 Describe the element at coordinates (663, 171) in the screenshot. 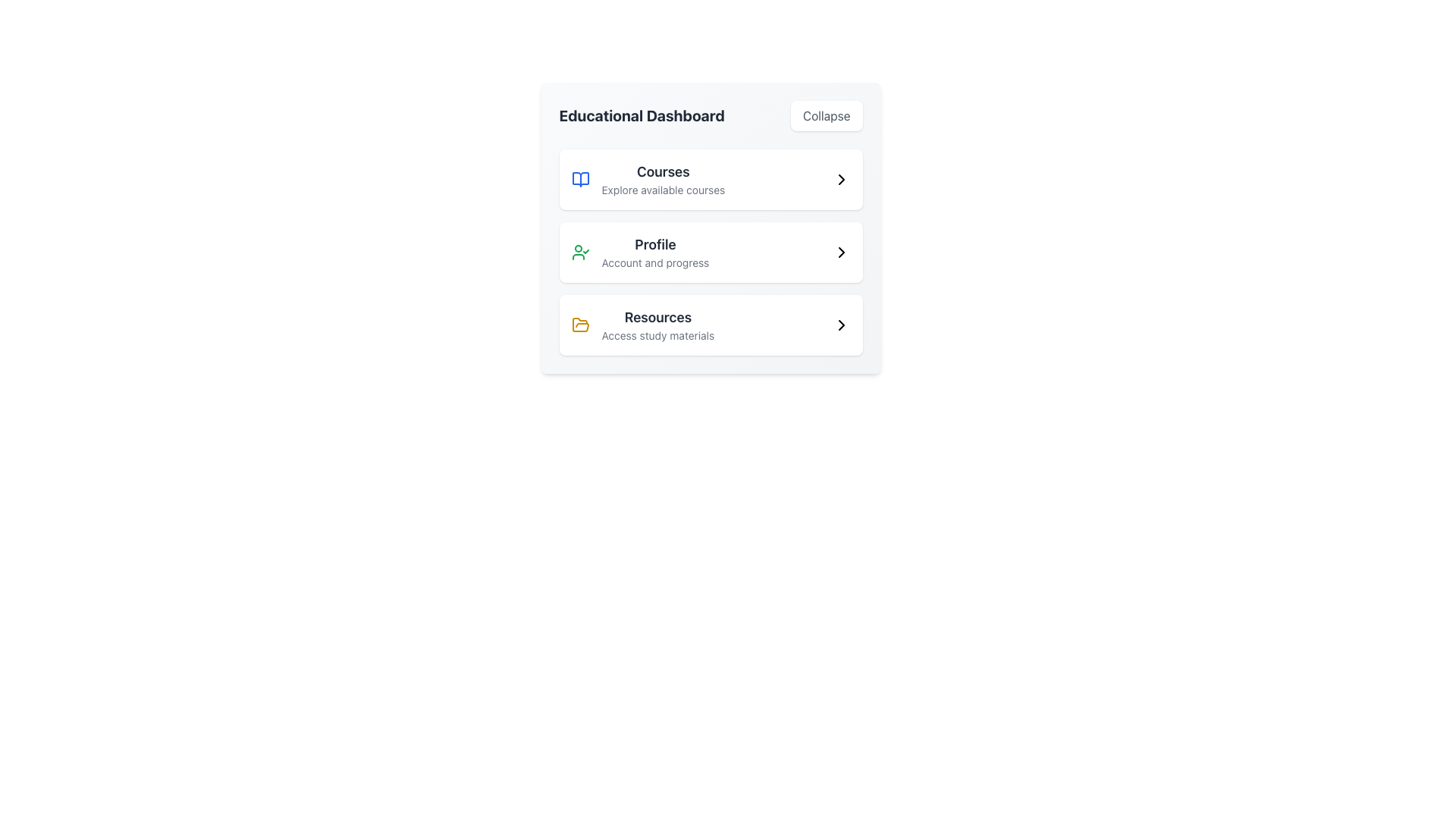

I see `the 'Courses' text label, which is a bold, large-sized dark gray heading prominently displayed in the upper section of its card` at that location.